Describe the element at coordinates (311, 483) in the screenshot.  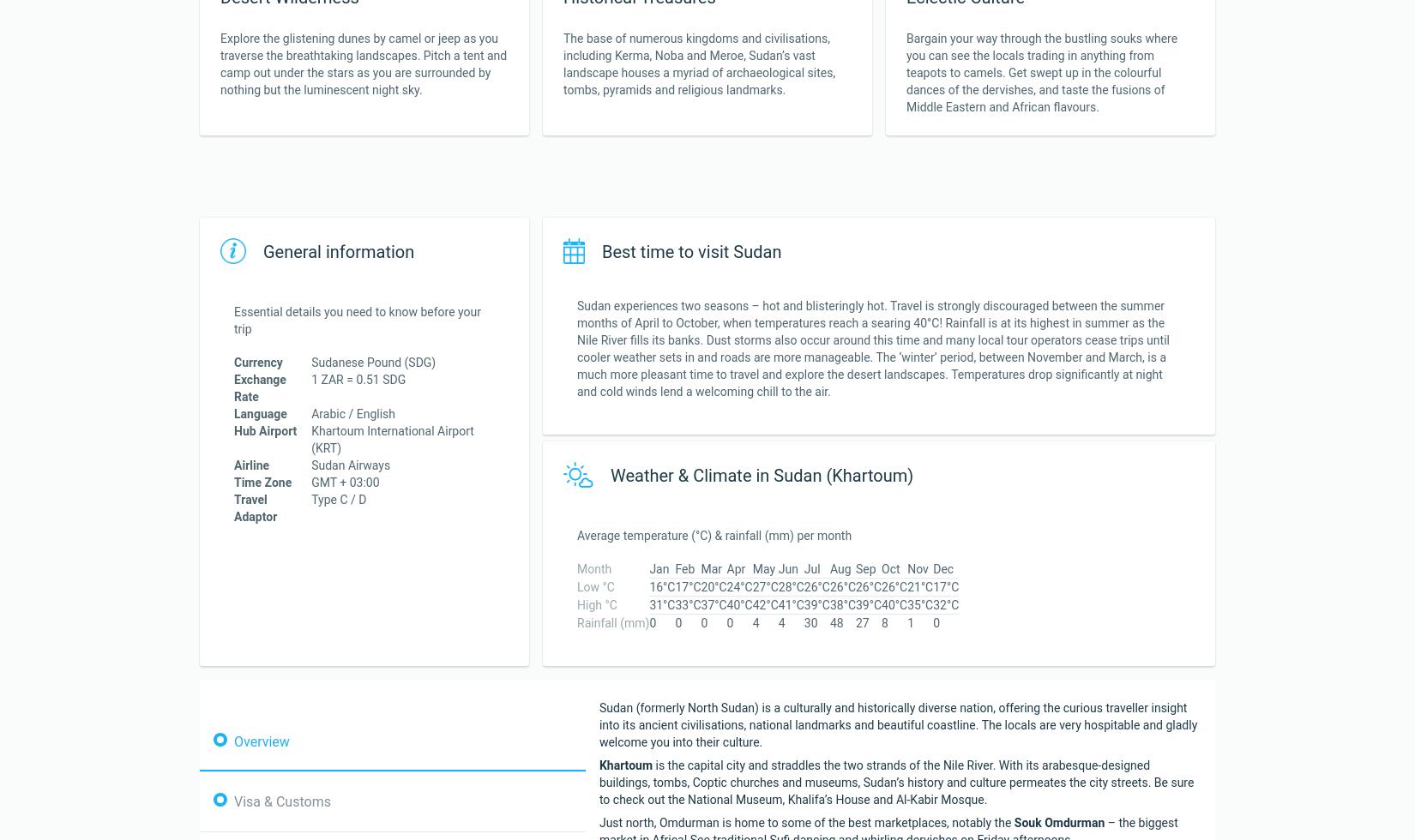
I see `'GMT + 03:00'` at that location.